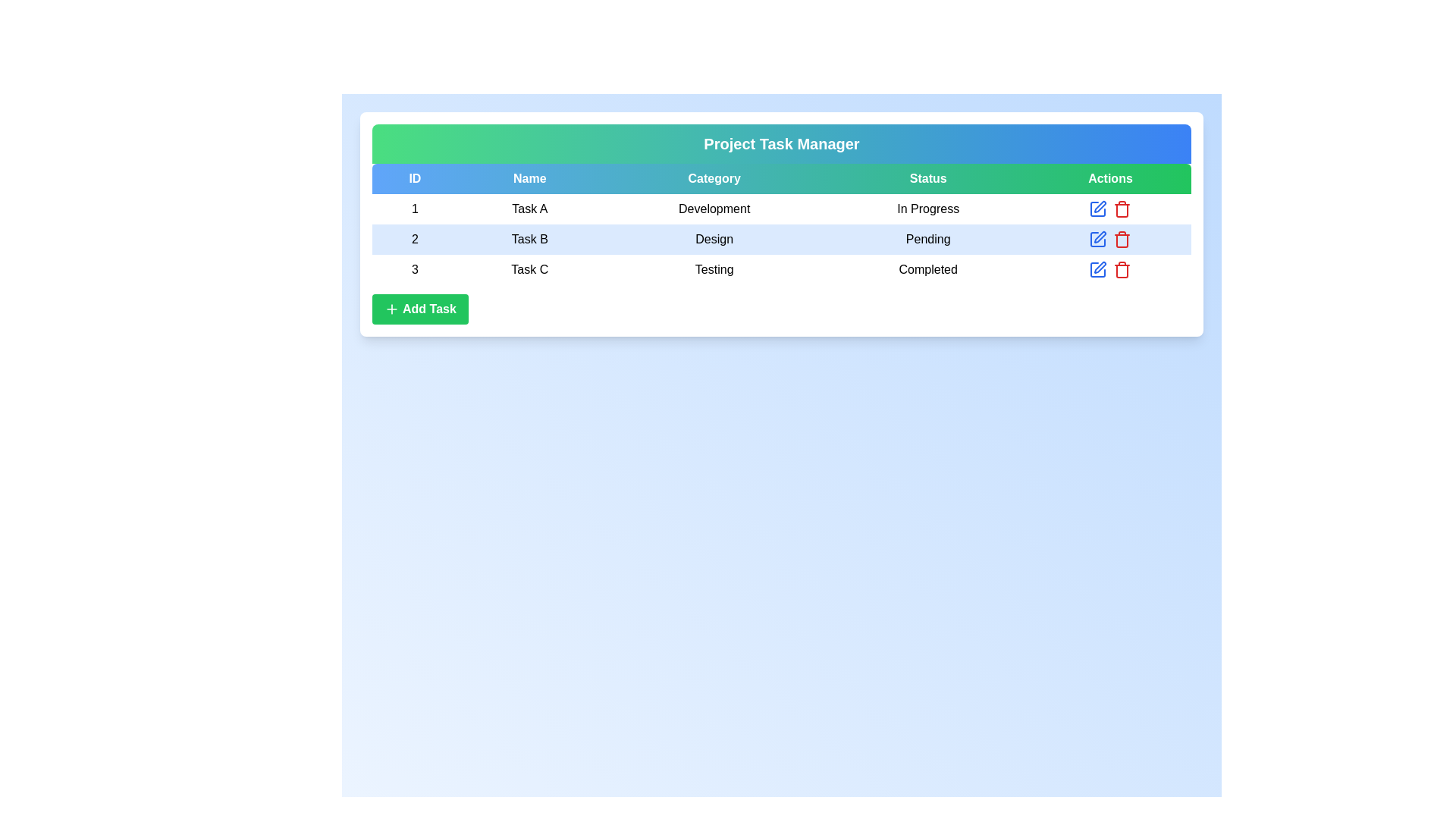 This screenshot has height=819, width=1456. What do you see at coordinates (529, 177) in the screenshot?
I see `the header labeled 'Name' to sort the table by that column` at bounding box center [529, 177].